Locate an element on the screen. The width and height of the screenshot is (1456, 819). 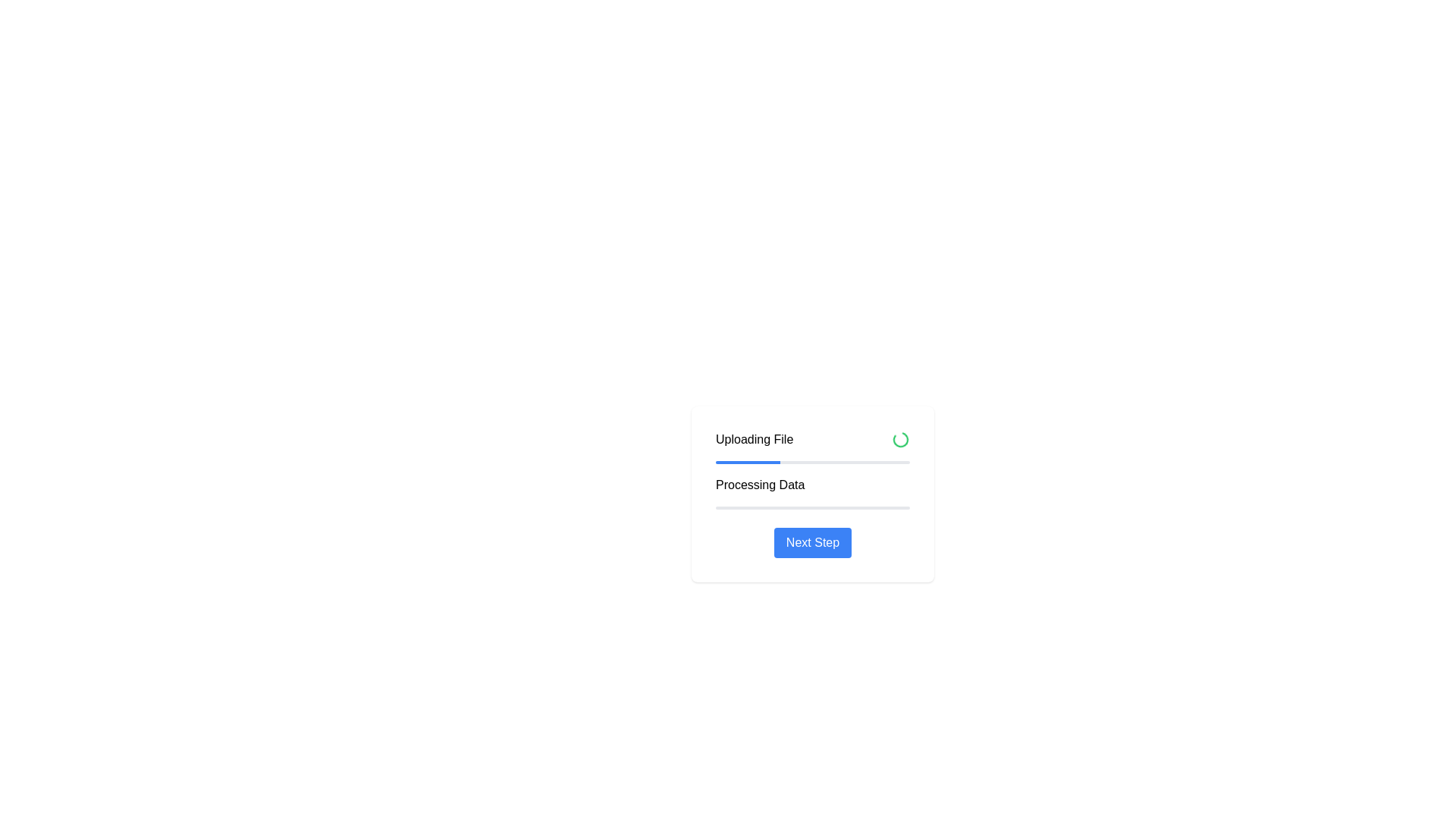
the progress bar segment indicating the upload progress located below the text 'Uploading File' is located at coordinates (748, 461).